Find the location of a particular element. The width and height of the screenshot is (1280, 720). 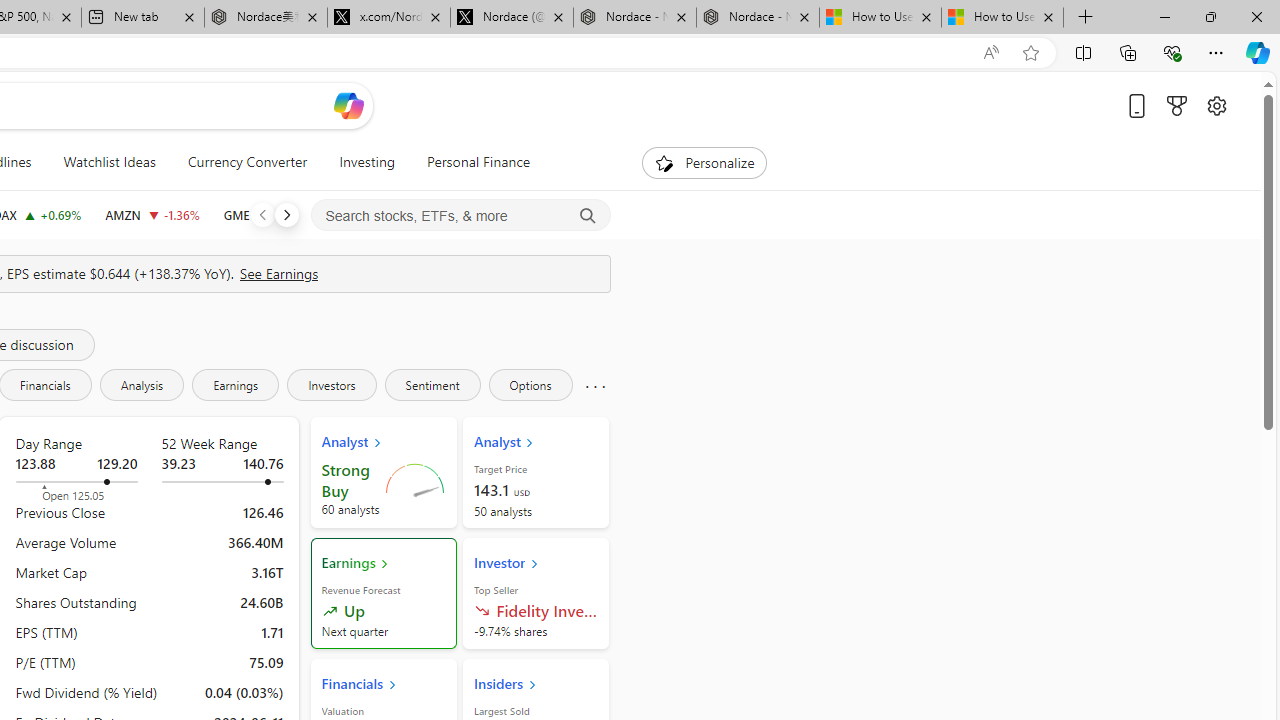

'Nordace (@NordaceOfficial) / X' is located at coordinates (512, 17).